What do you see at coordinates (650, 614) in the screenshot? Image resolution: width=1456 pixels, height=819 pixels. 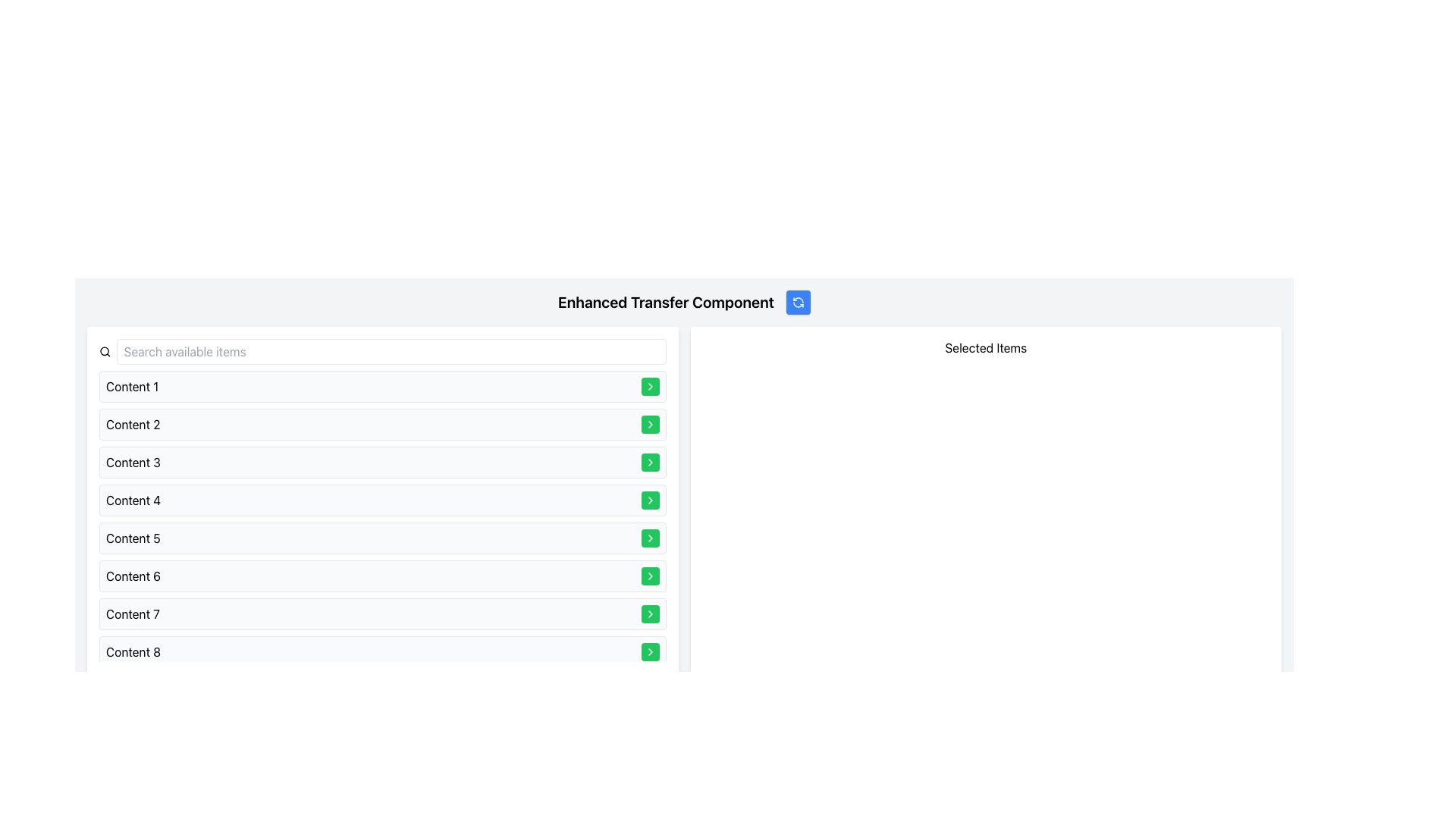 I see `the rightward-pointing chevron icon located inside the green circular button on the right side of the eighth list item labeled 'Content 8'` at bounding box center [650, 614].